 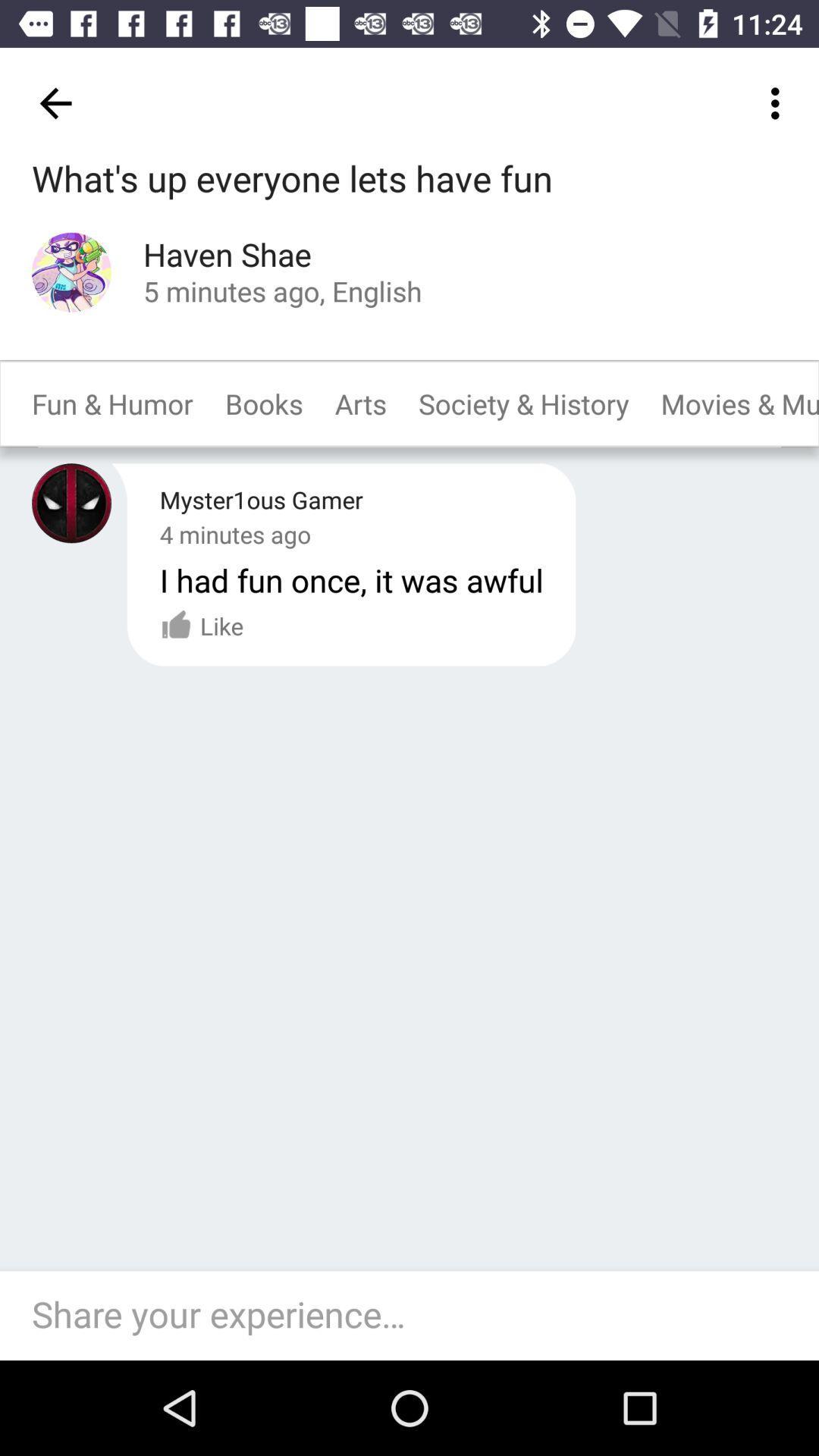 I want to click on item below the 4 minutes ago icon, so click(x=201, y=626).